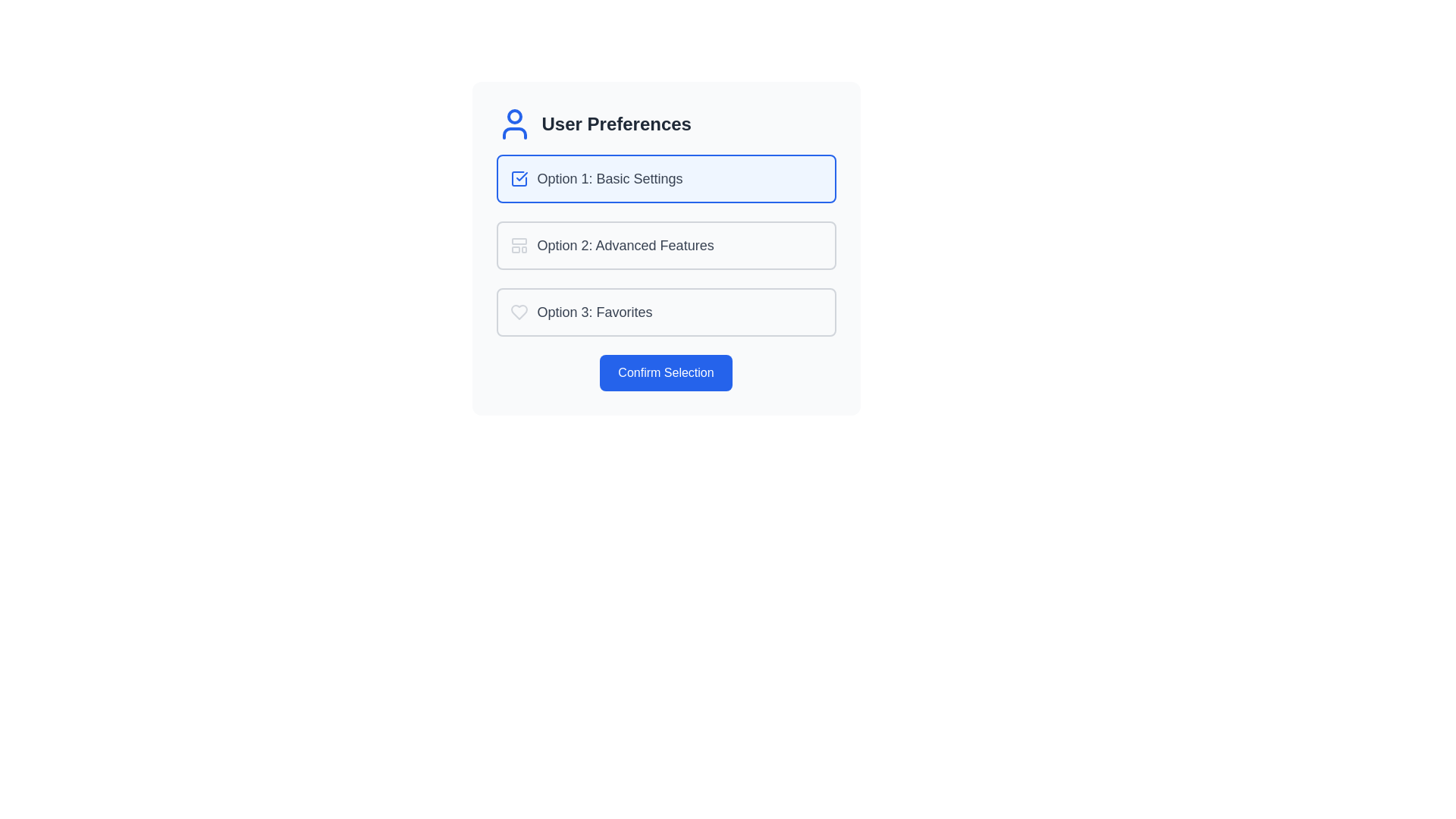 This screenshot has height=819, width=1456. What do you see at coordinates (666, 245) in the screenshot?
I see `the horizontally aligned rectangular selectable button labeled 'Option 2: Advanced Features'` at bounding box center [666, 245].